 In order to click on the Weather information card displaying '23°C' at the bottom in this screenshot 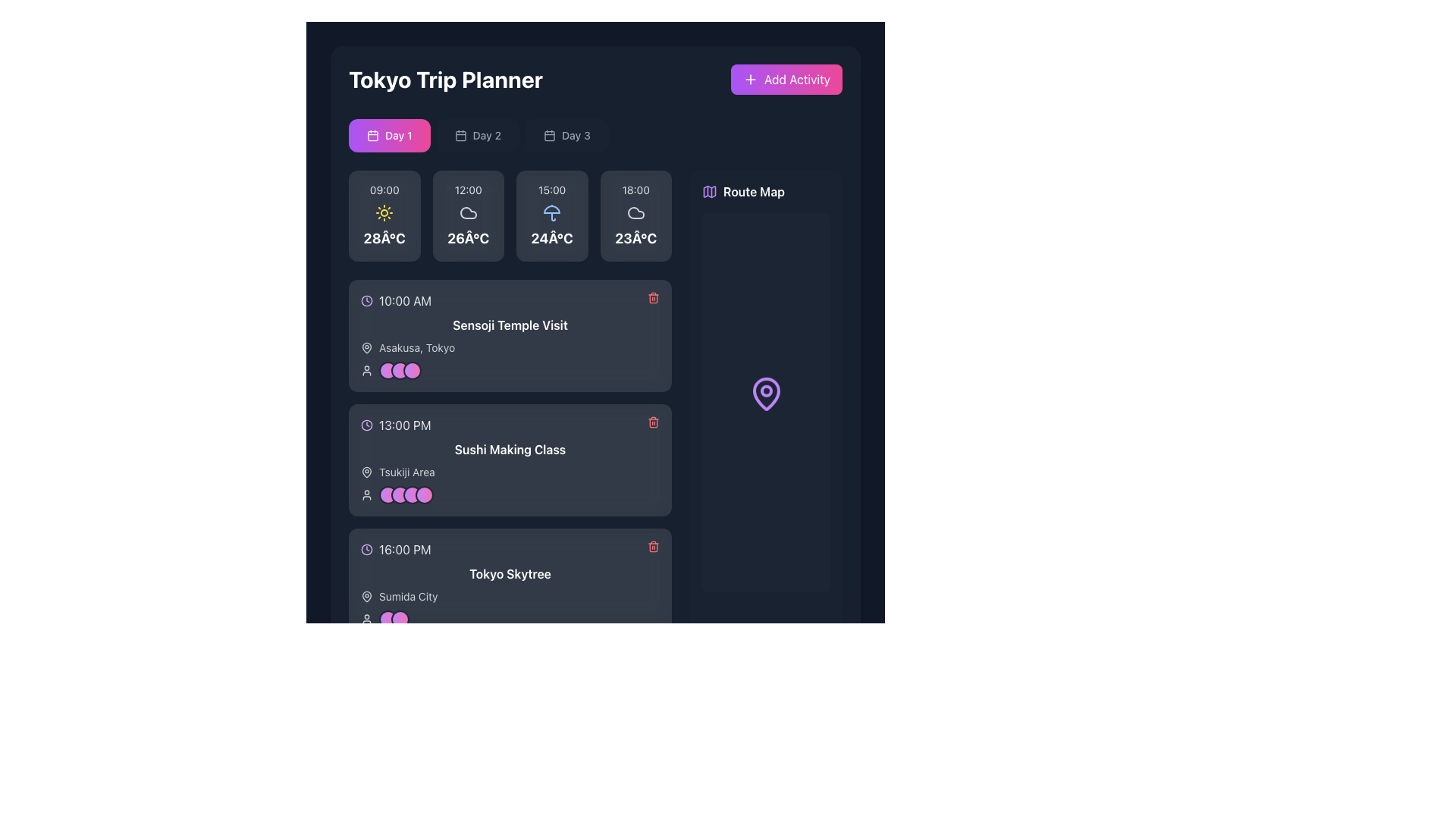, I will do `click(635, 216)`.